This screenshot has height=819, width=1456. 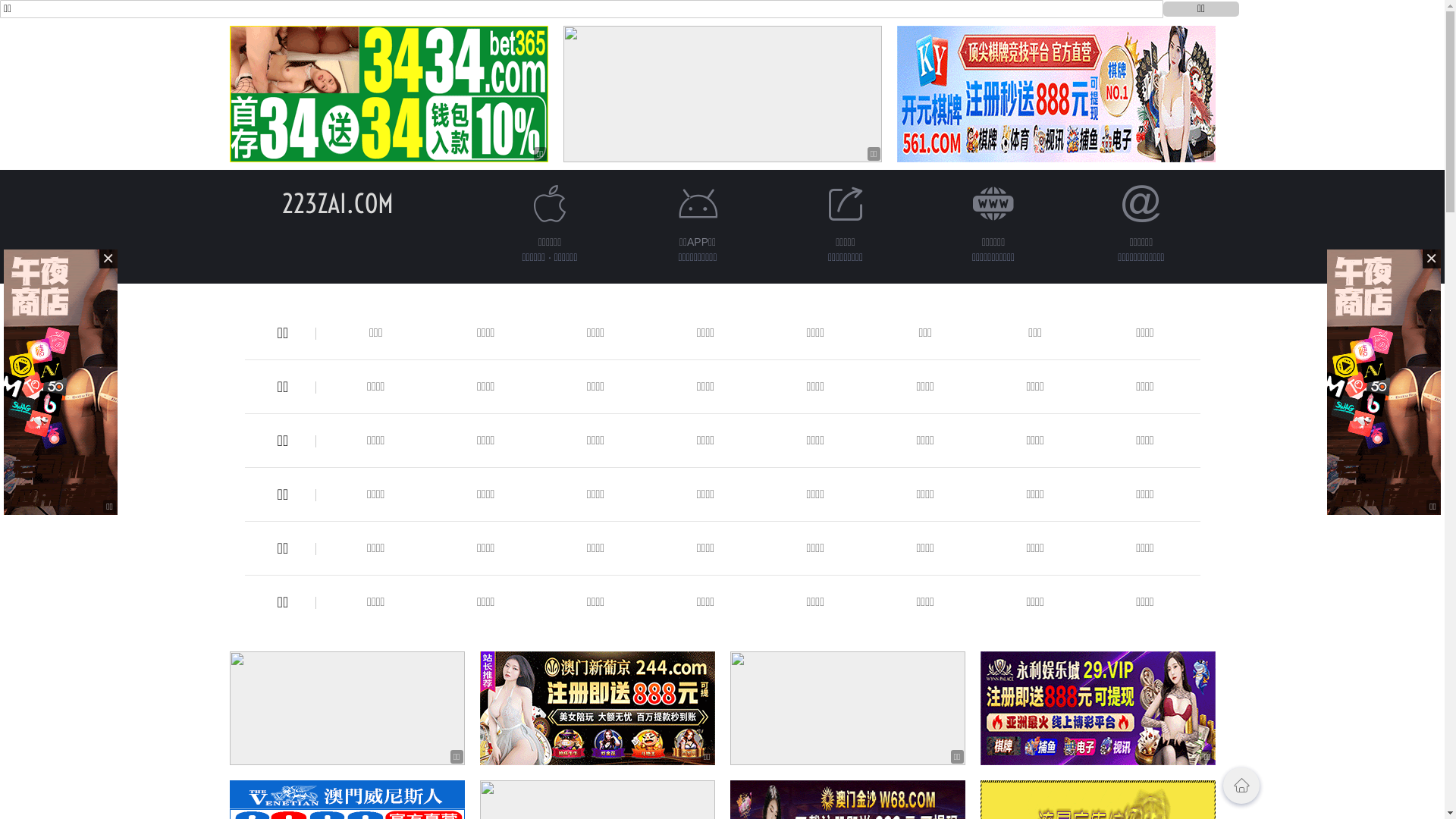 I want to click on '223ZAI.COM', so click(x=282, y=202).